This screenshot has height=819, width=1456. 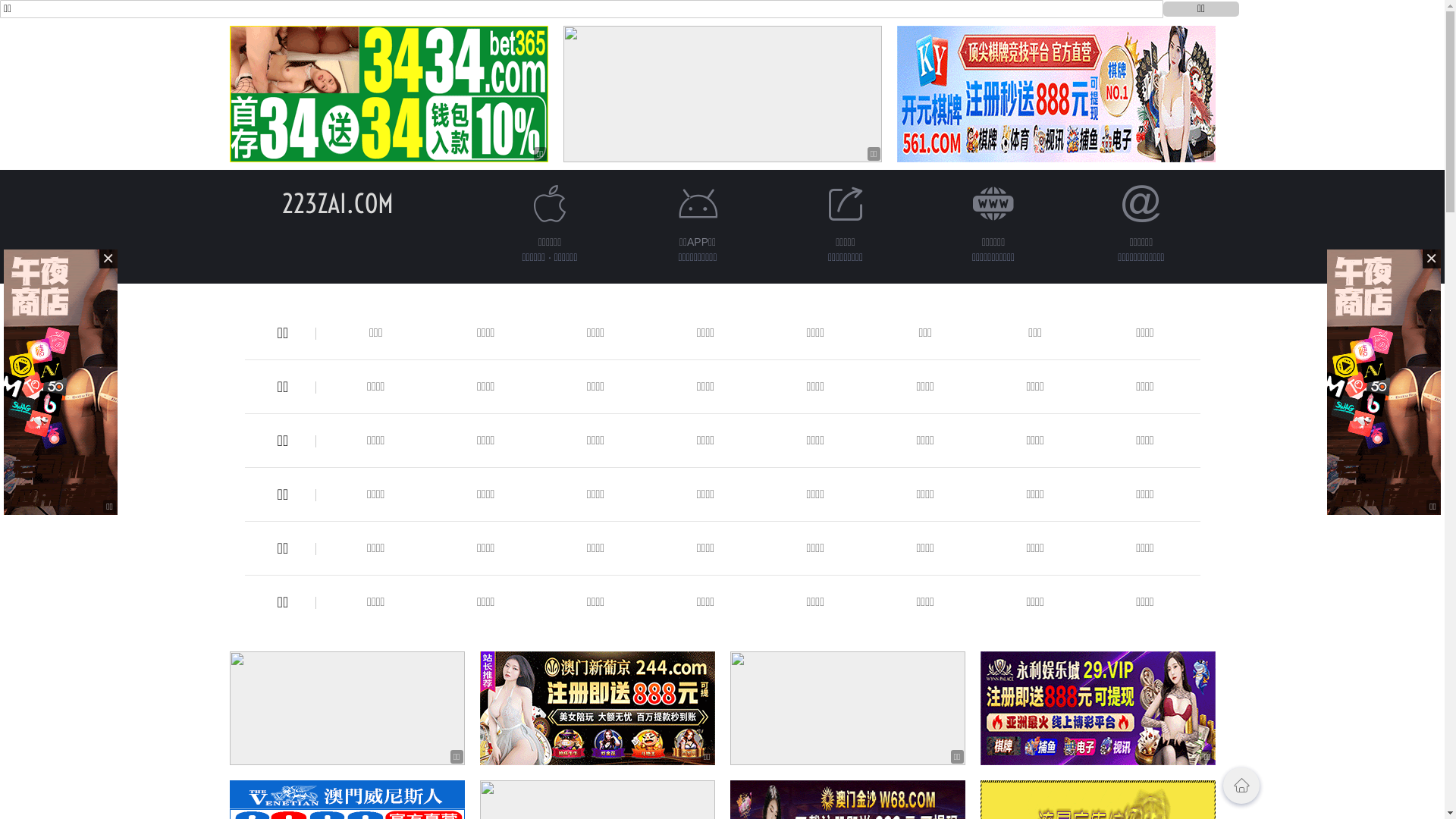 I want to click on '223ZAI.COM', so click(x=282, y=202).